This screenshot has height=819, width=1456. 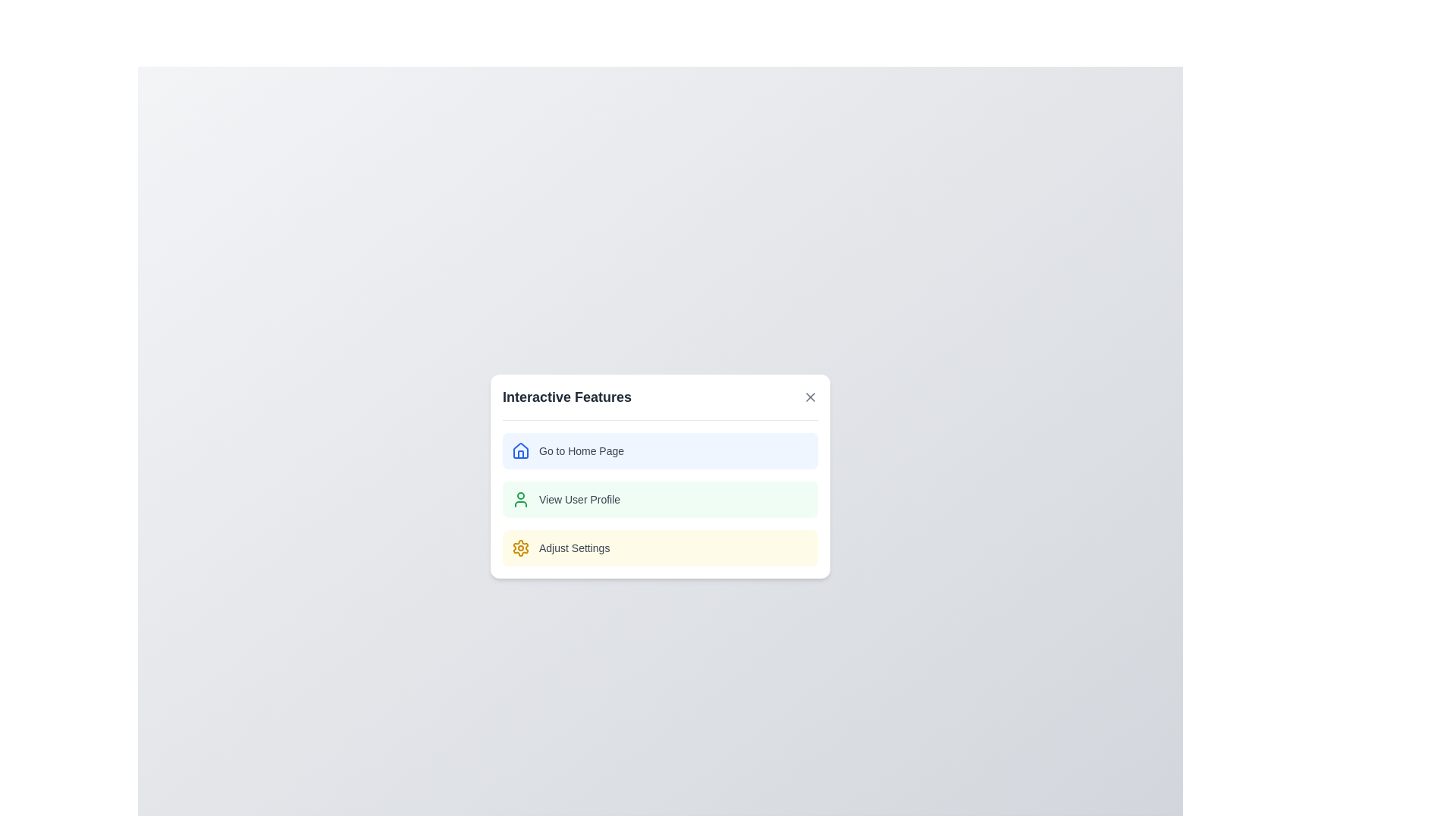 What do you see at coordinates (810, 396) in the screenshot?
I see `the close icon (X) located at the top-right corner of the 'Interactive Features' card` at bounding box center [810, 396].